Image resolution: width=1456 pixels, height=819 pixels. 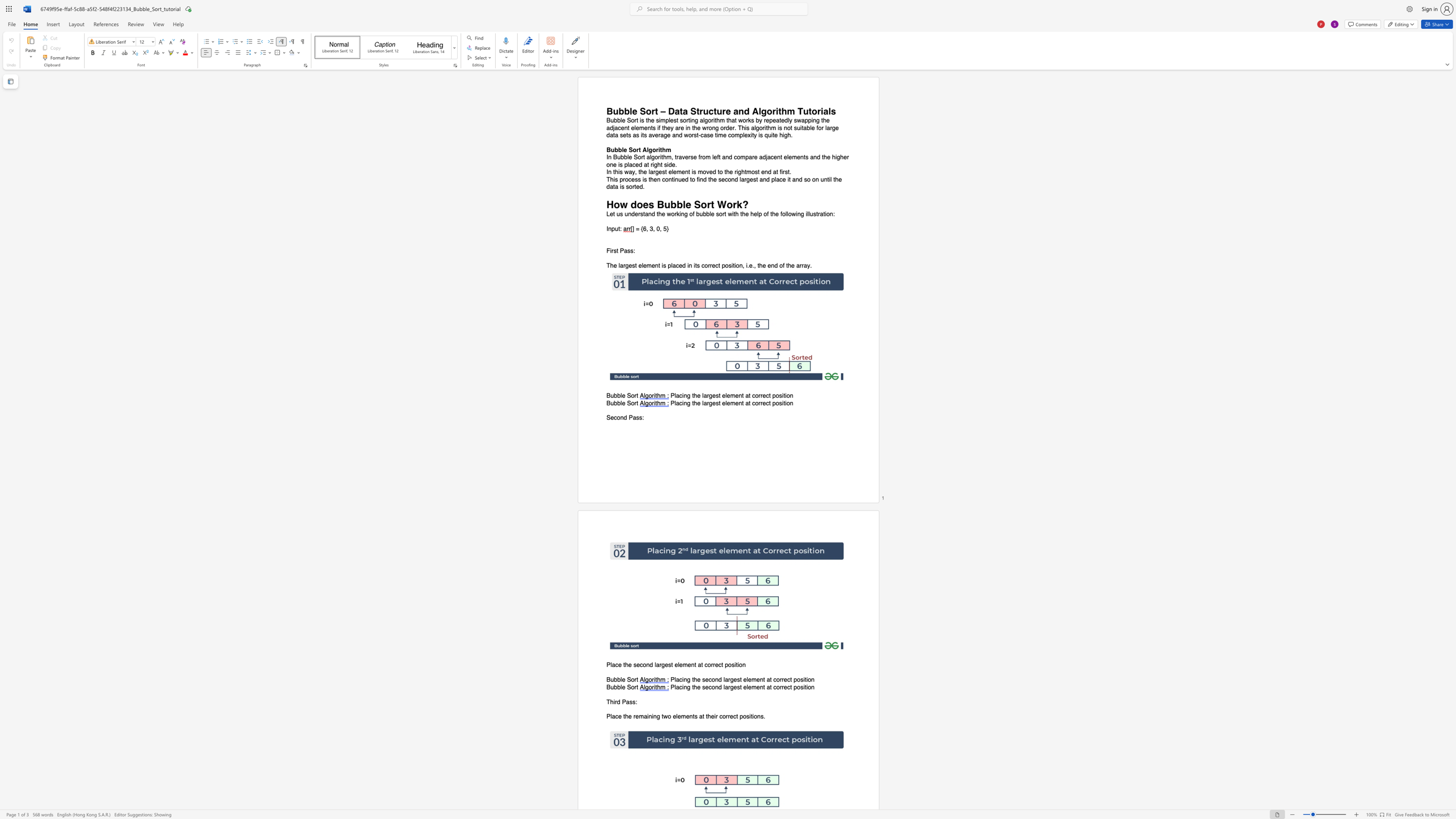 What do you see at coordinates (611, 701) in the screenshot?
I see `the 1th character "h" in the text` at bounding box center [611, 701].